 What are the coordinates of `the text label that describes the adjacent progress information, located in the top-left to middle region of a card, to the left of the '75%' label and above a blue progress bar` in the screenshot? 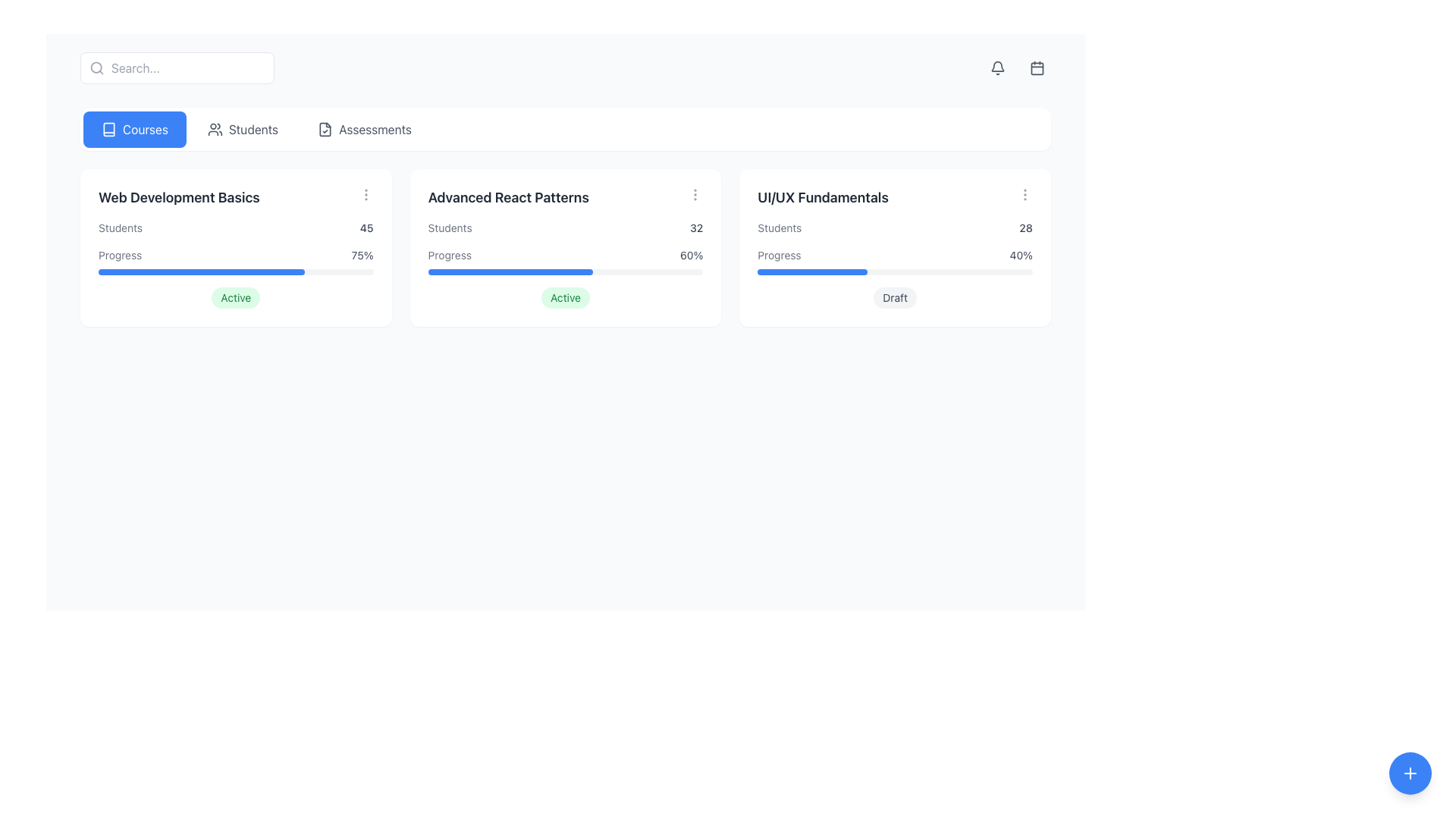 It's located at (119, 254).